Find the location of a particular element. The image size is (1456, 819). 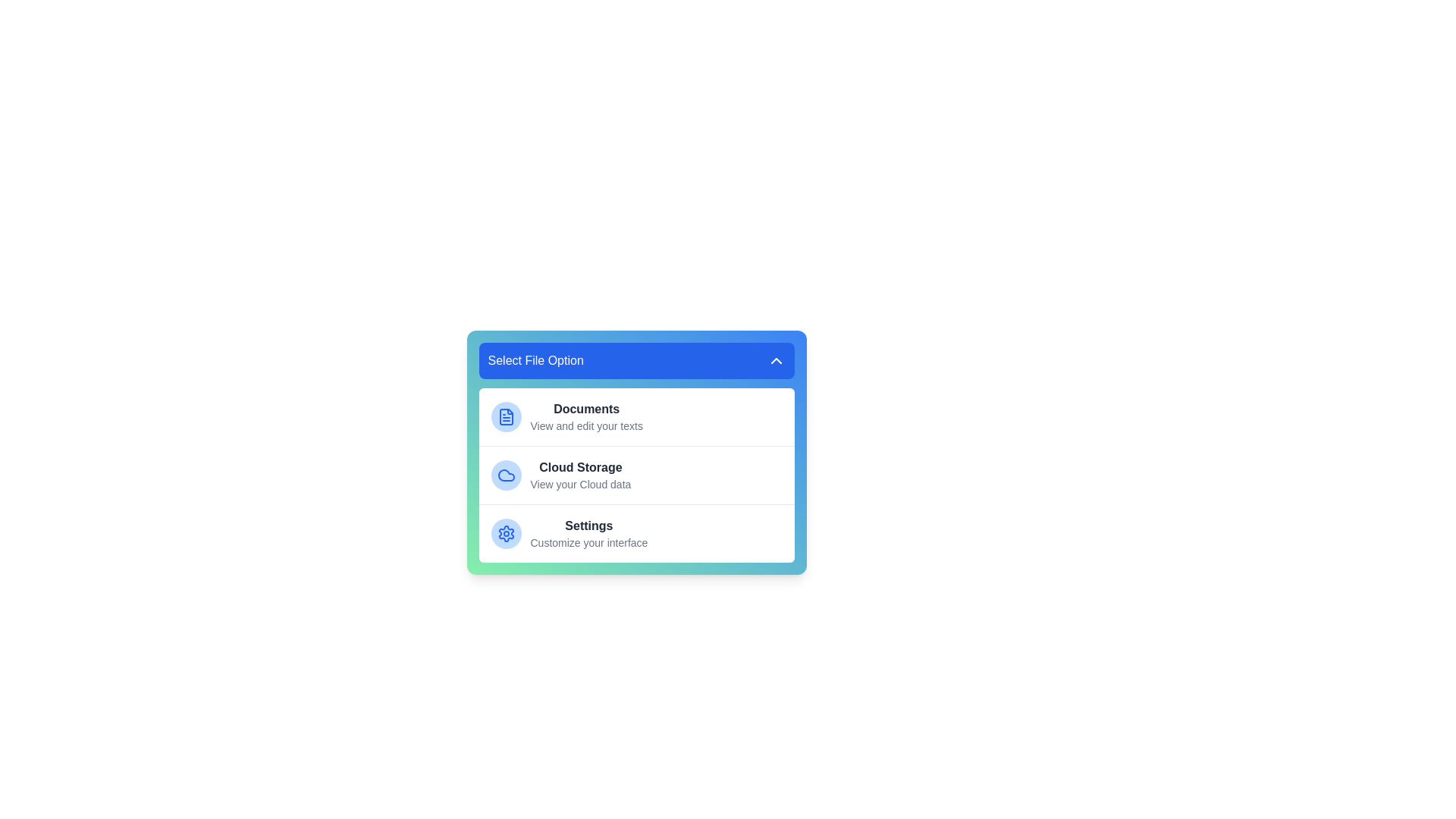

the 'Settings' icon located at the right side of the 'Settings' option in the dropdown interface, which visually represents configuration options is located at coordinates (506, 533).